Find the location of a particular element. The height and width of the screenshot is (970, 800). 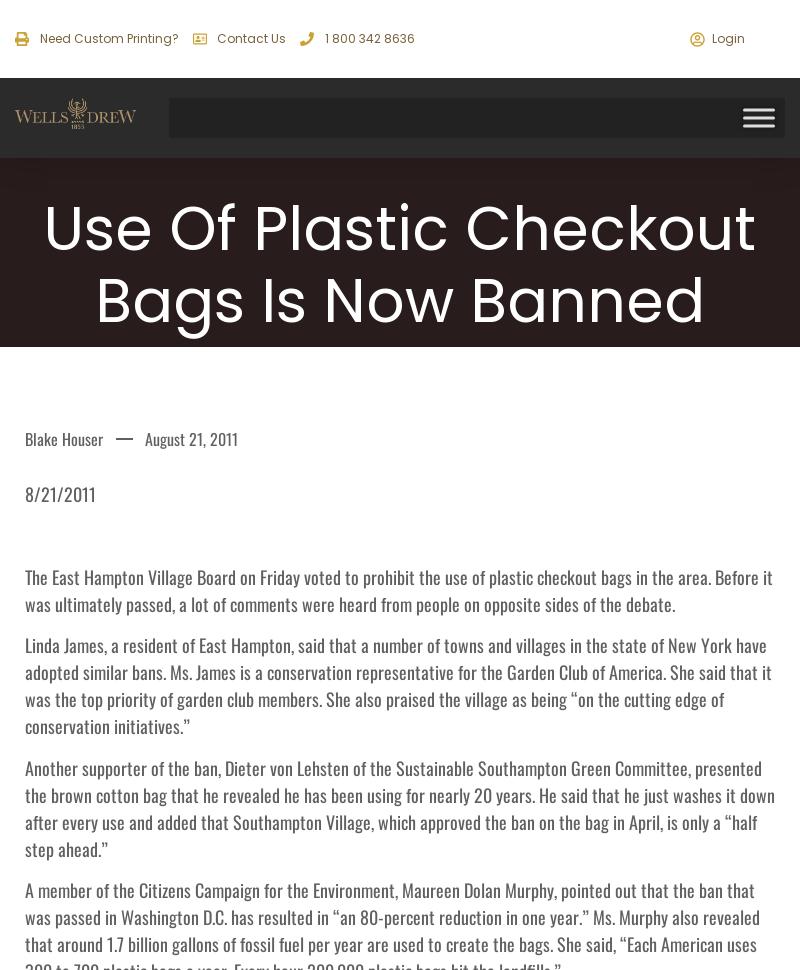

'Login' is located at coordinates (727, 38).